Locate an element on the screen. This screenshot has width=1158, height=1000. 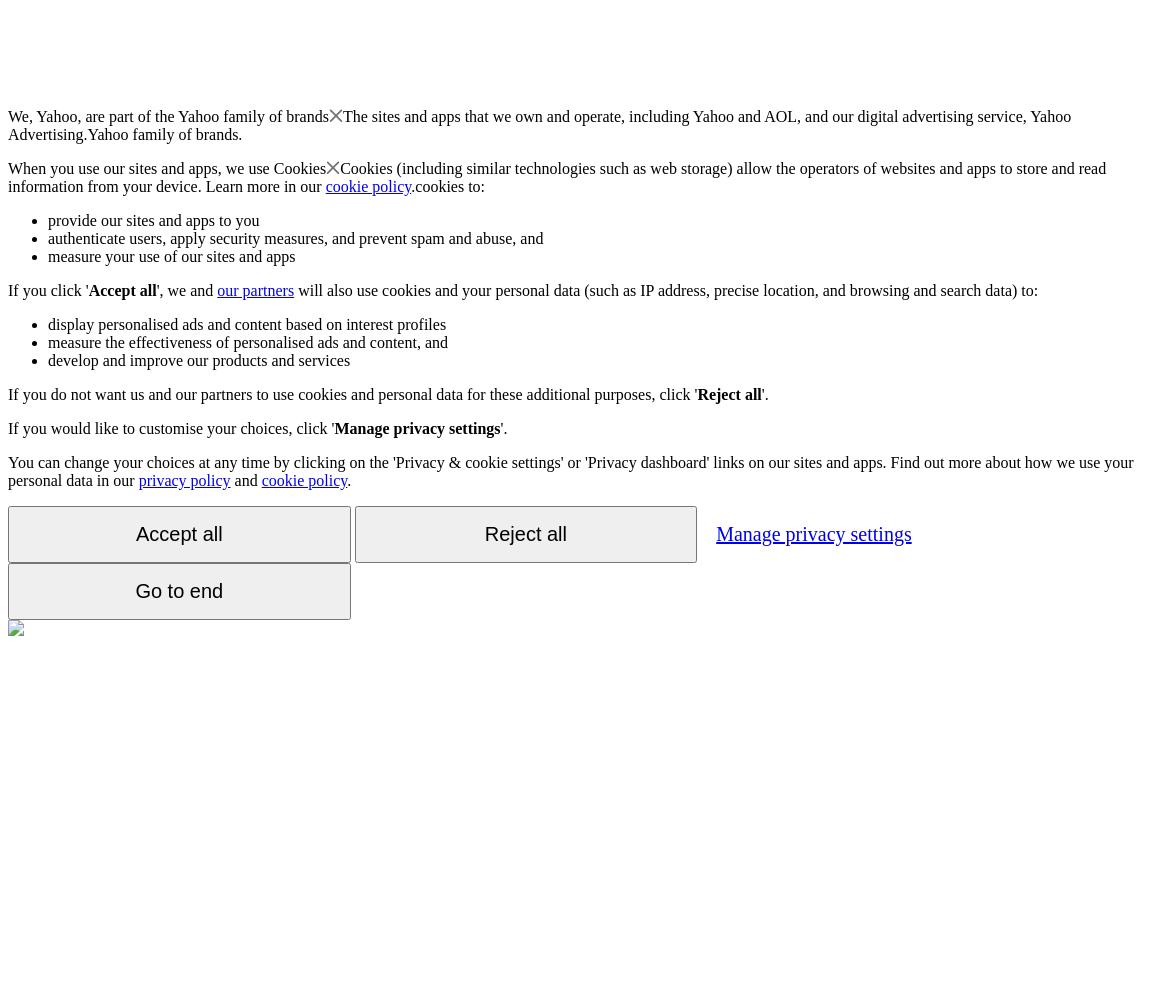
'cookies' is located at coordinates (439, 186).